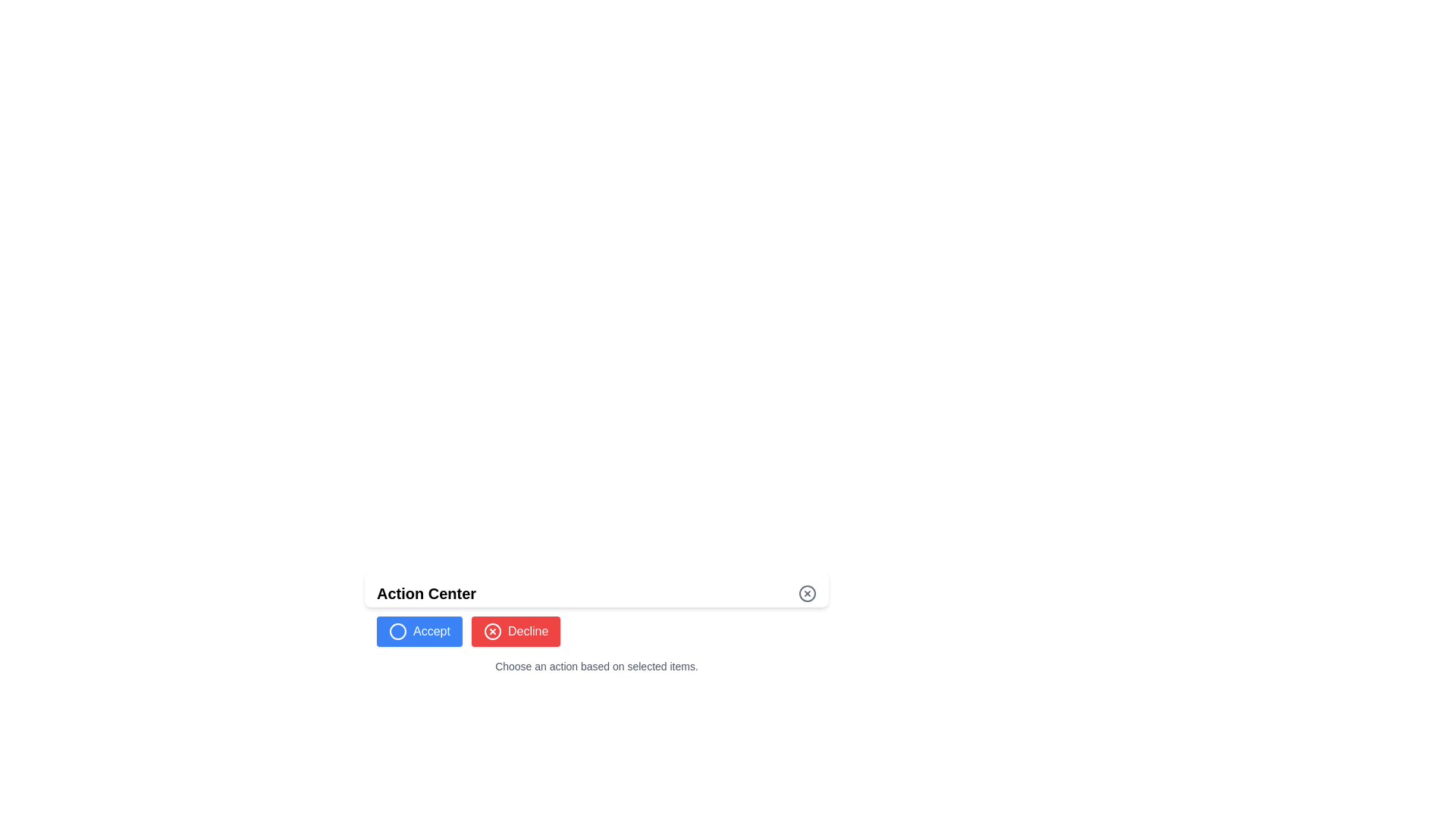  Describe the element at coordinates (492, 632) in the screenshot. I see `the SVG icon element located at the top-right corner of the 'Action Center' module` at that location.